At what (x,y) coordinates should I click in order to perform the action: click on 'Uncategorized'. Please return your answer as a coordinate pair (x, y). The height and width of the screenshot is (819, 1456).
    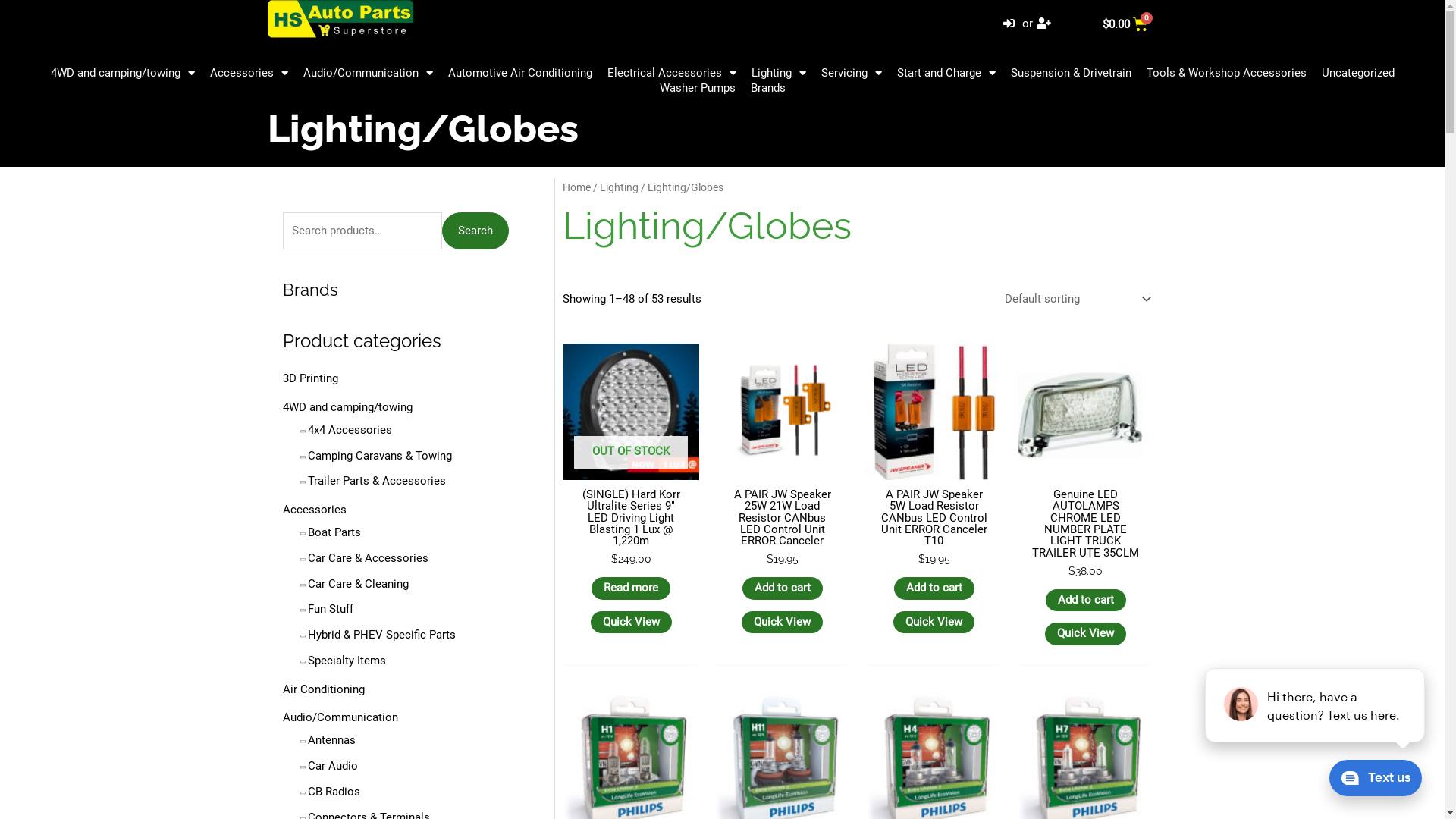
    Looking at the image, I should click on (1357, 73).